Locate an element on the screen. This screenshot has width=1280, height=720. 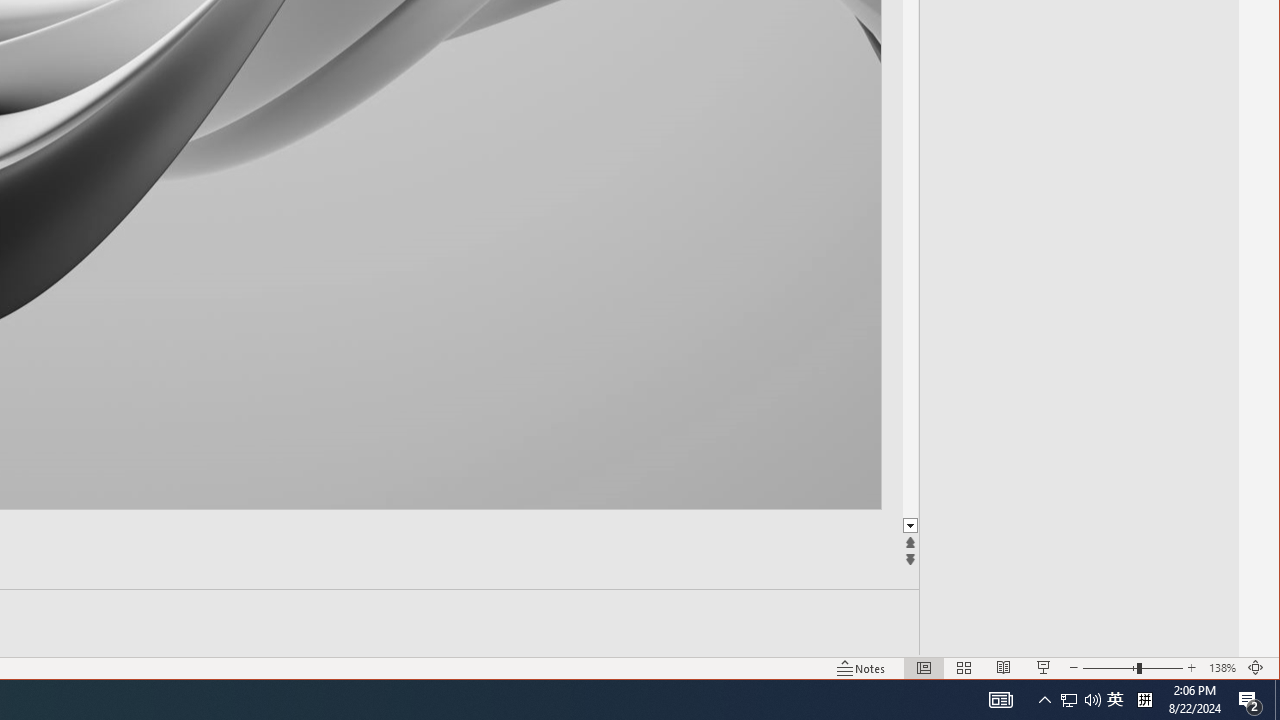
'Action Center, 2 new notifications' is located at coordinates (1250, 698).